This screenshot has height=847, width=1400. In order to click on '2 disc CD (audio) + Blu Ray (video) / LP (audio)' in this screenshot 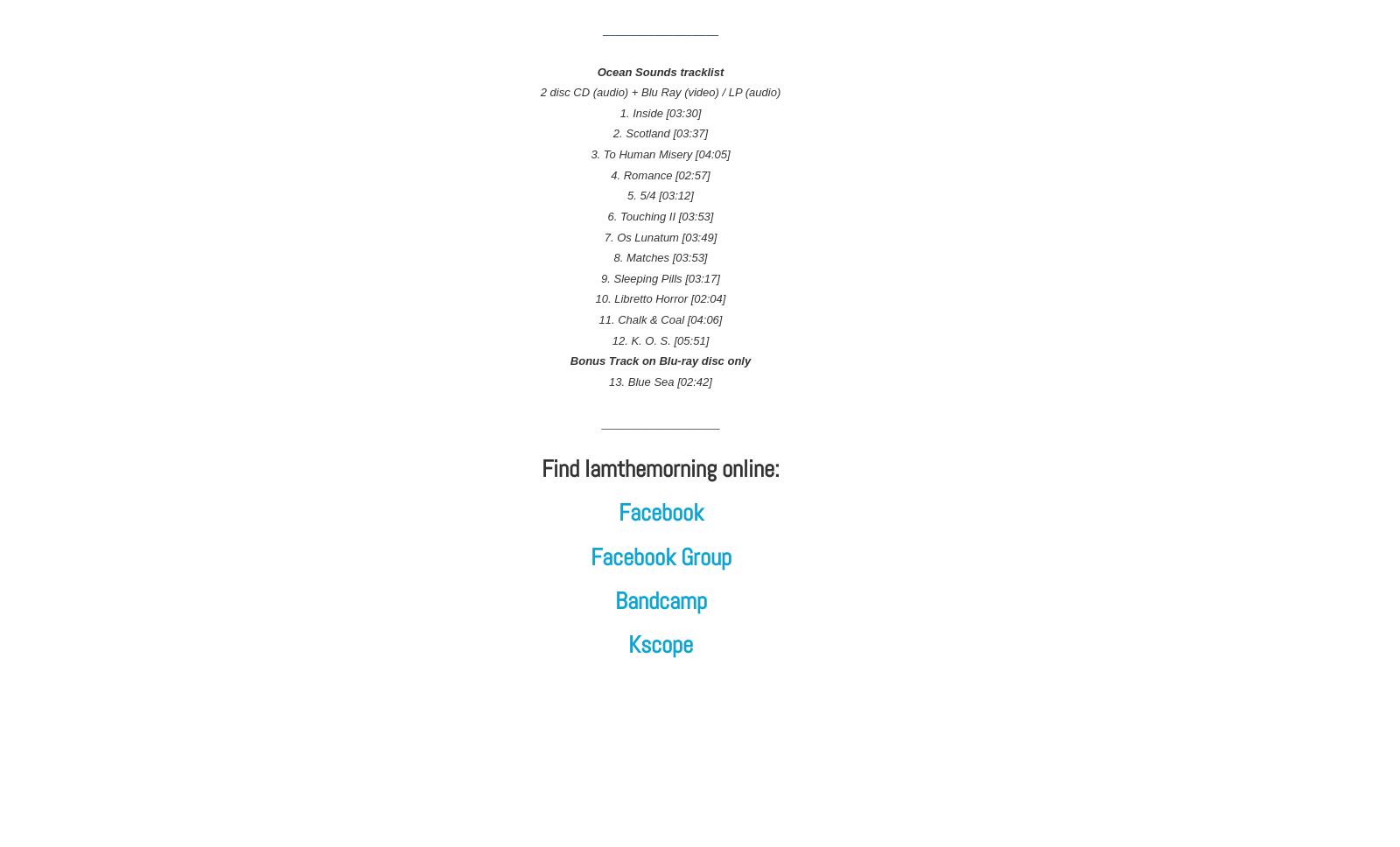, I will do `click(660, 92)`.